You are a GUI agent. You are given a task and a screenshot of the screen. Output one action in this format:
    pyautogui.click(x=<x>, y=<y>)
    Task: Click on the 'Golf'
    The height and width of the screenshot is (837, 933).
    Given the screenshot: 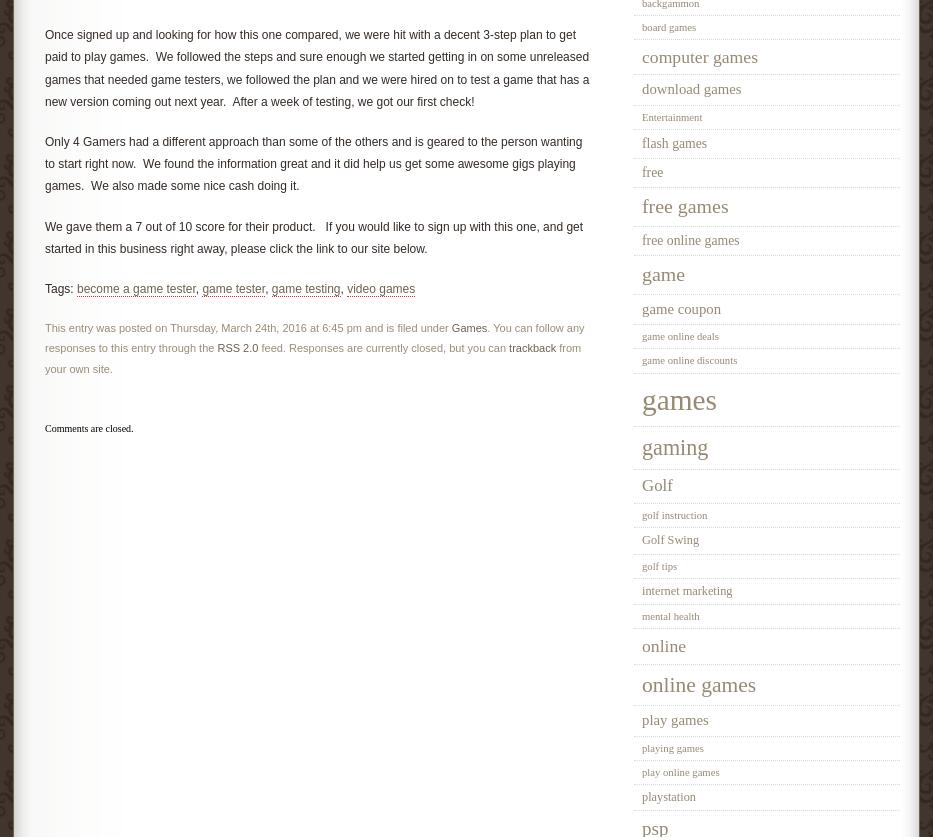 What is the action you would take?
    pyautogui.click(x=656, y=483)
    